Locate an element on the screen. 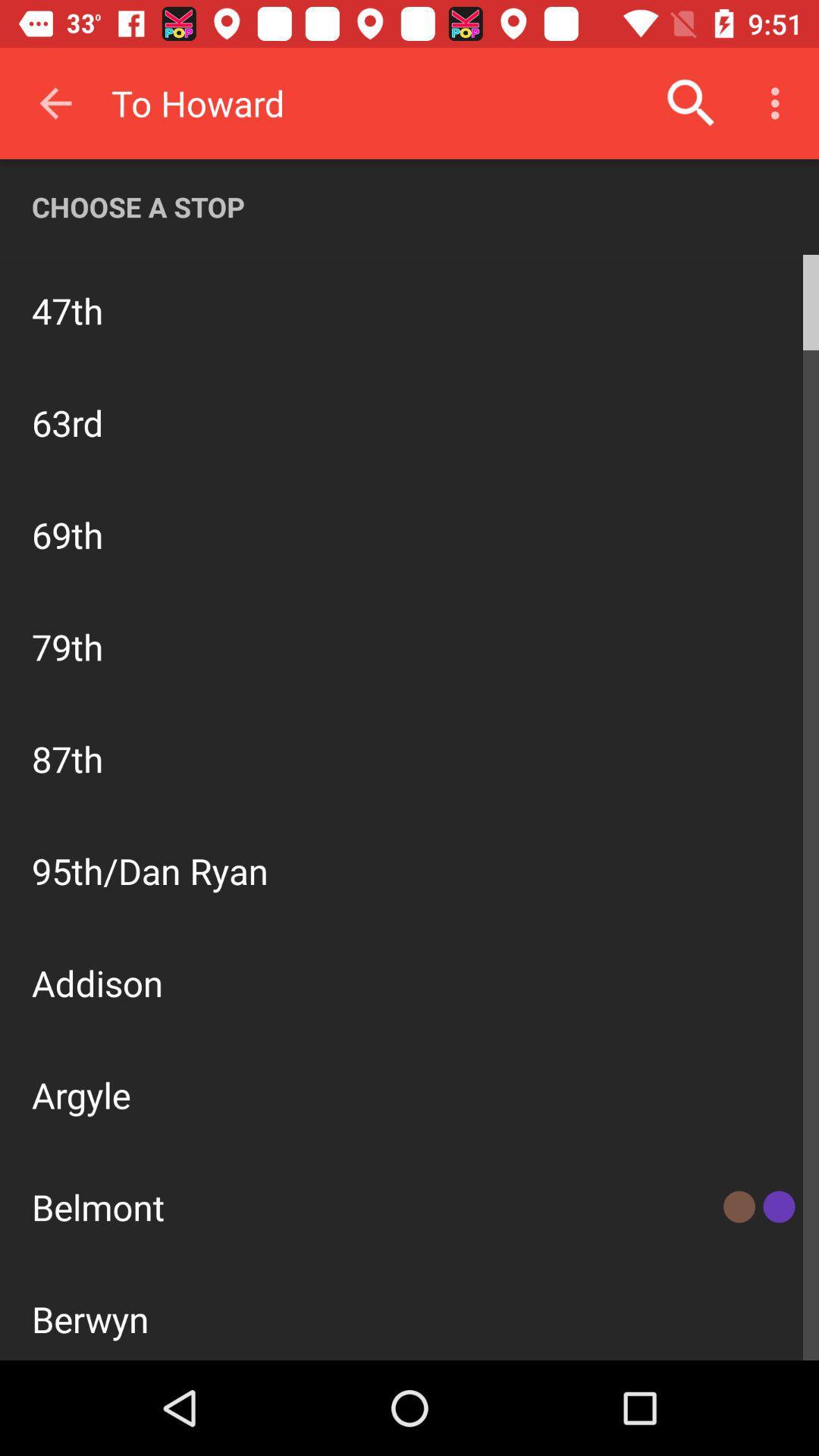 This screenshot has height=1456, width=819. option is located at coordinates (409, 818).